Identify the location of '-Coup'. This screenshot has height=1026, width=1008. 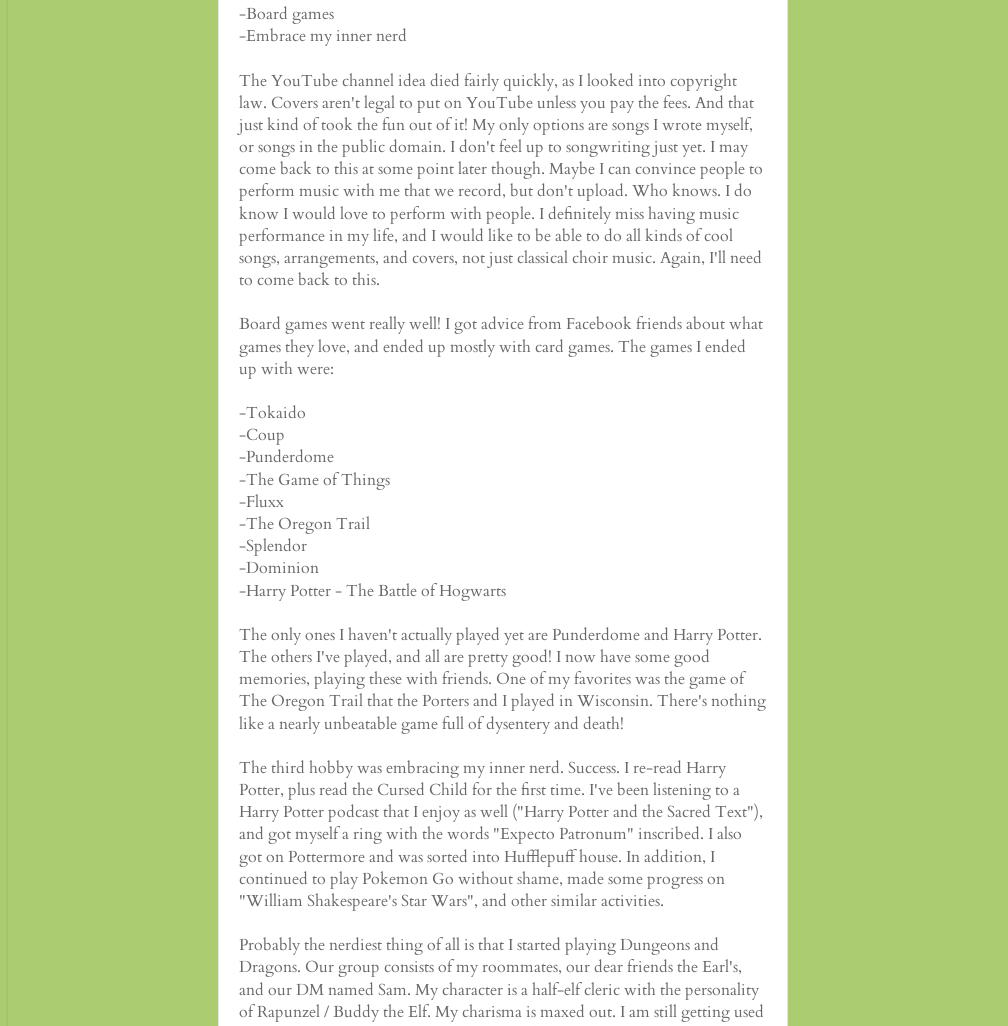
(261, 435).